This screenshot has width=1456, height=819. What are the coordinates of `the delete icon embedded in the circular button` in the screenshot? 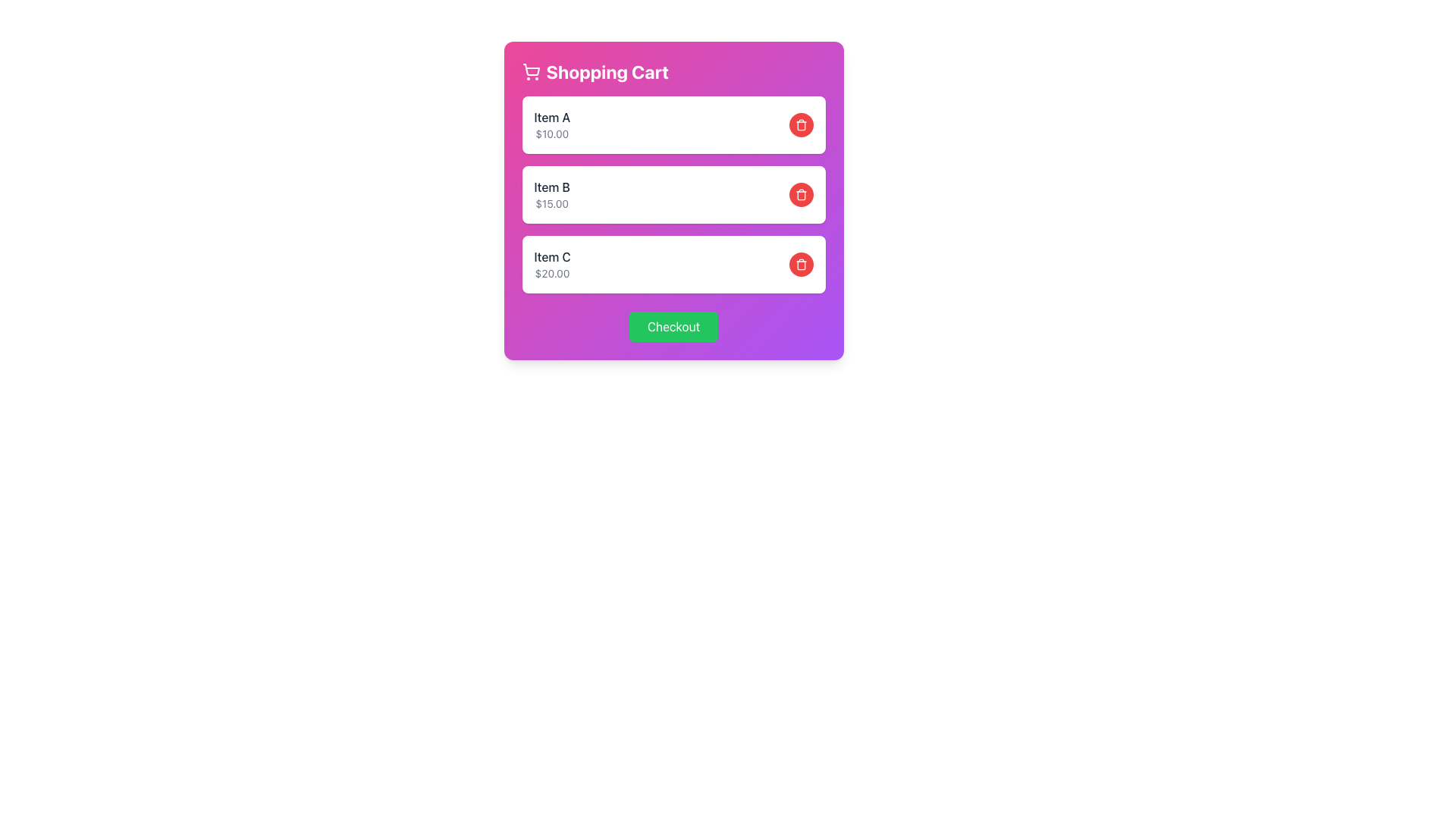 It's located at (800, 124).